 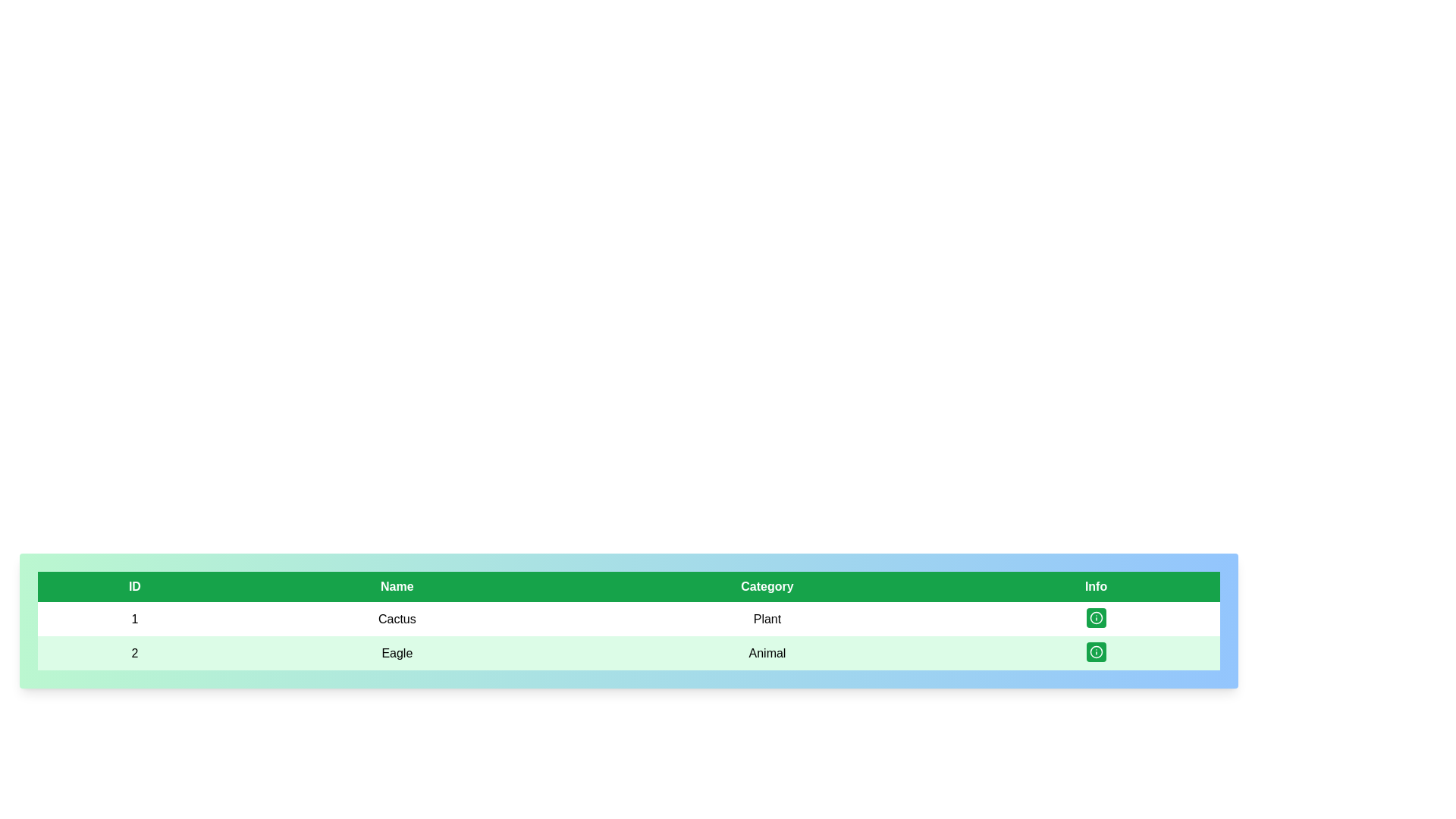 What do you see at coordinates (629, 619) in the screenshot?
I see `the first row in the table that contains ID, Name, Category, and Info` at bounding box center [629, 619].